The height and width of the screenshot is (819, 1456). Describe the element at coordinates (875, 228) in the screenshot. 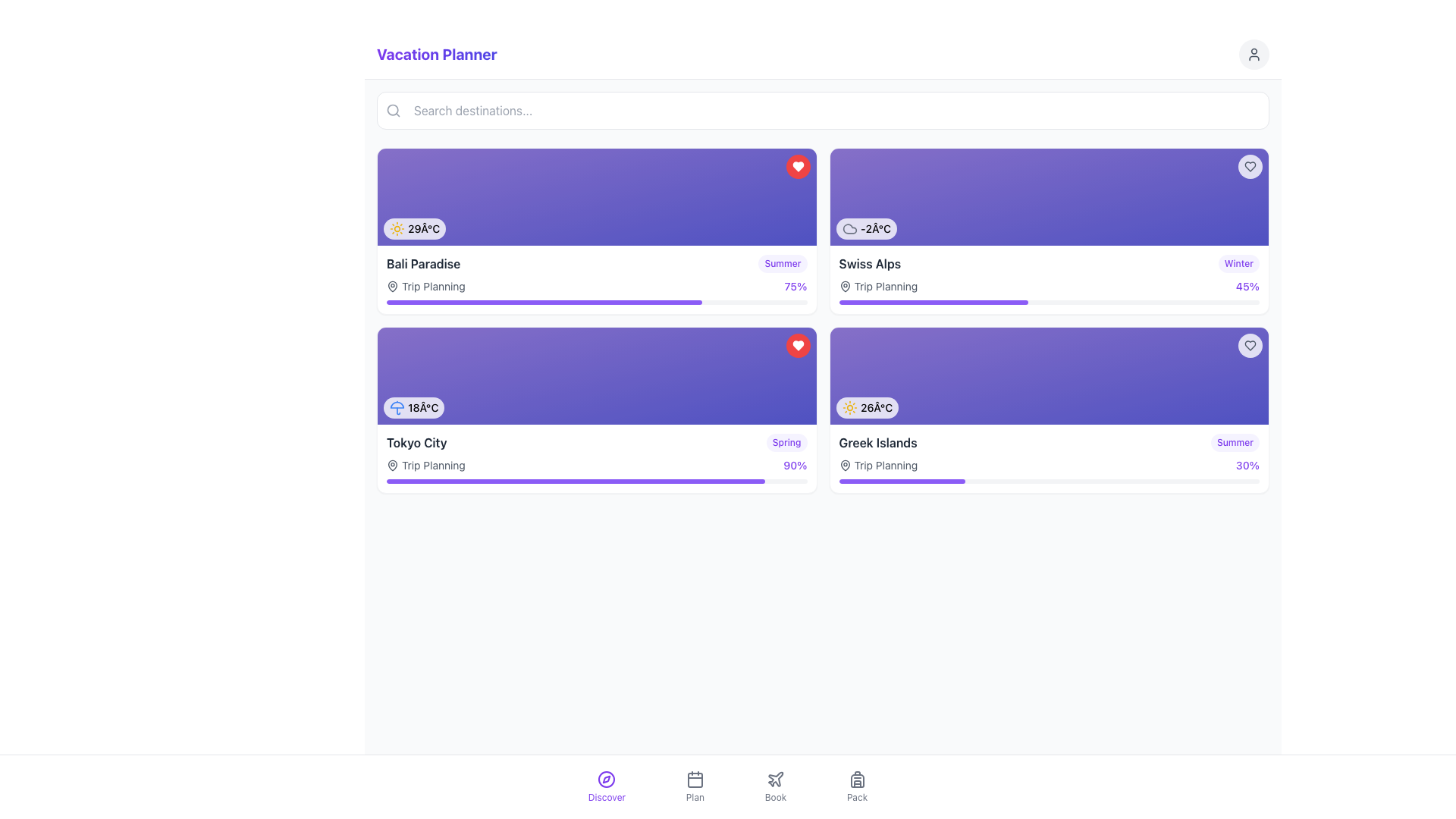

I see `the static text displaying the current temperature in the upper-right card of the grid layout` at that location.